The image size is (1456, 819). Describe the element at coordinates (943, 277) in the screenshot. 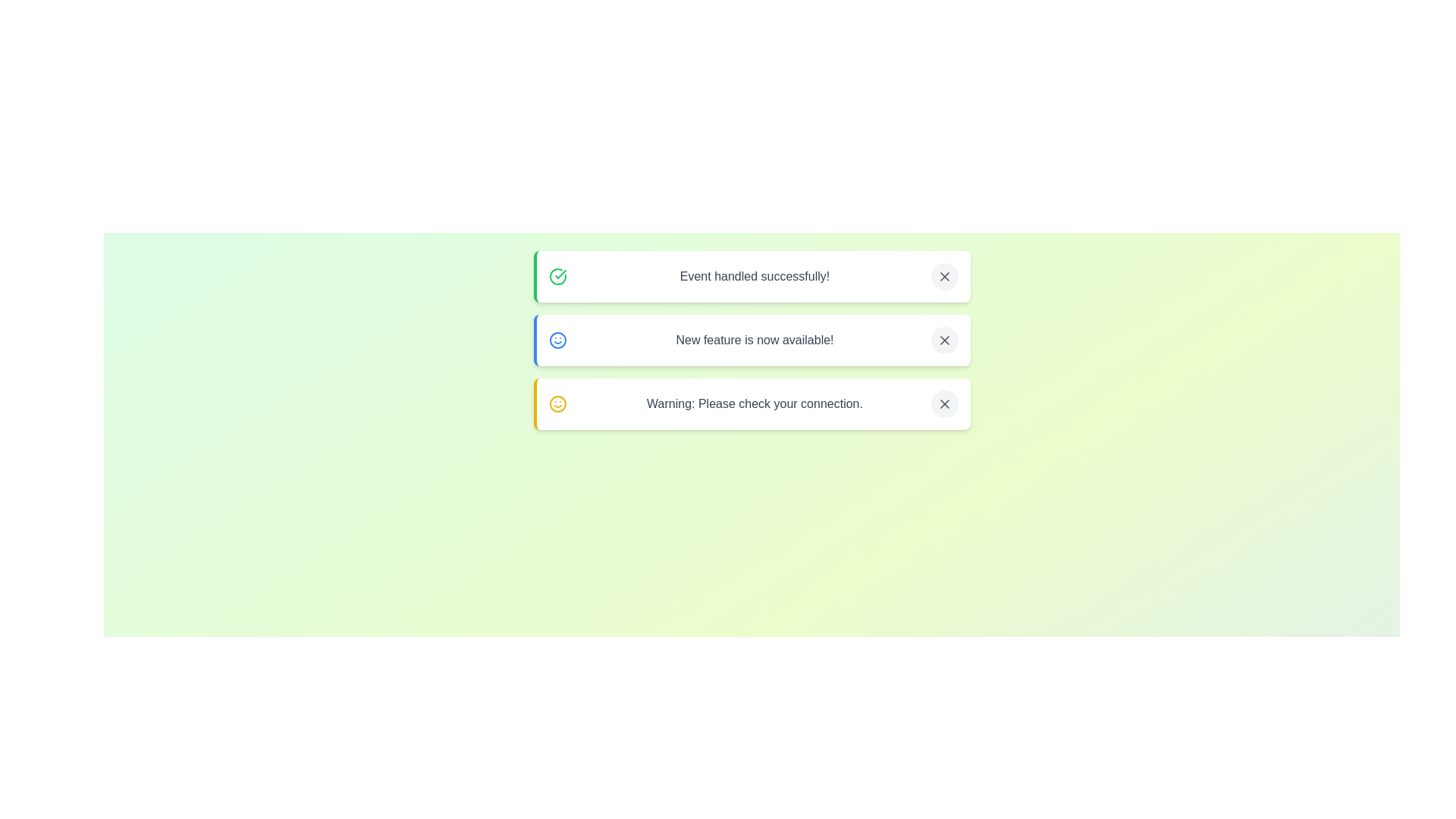

I see `the circular close button with a cross icon` at that location.